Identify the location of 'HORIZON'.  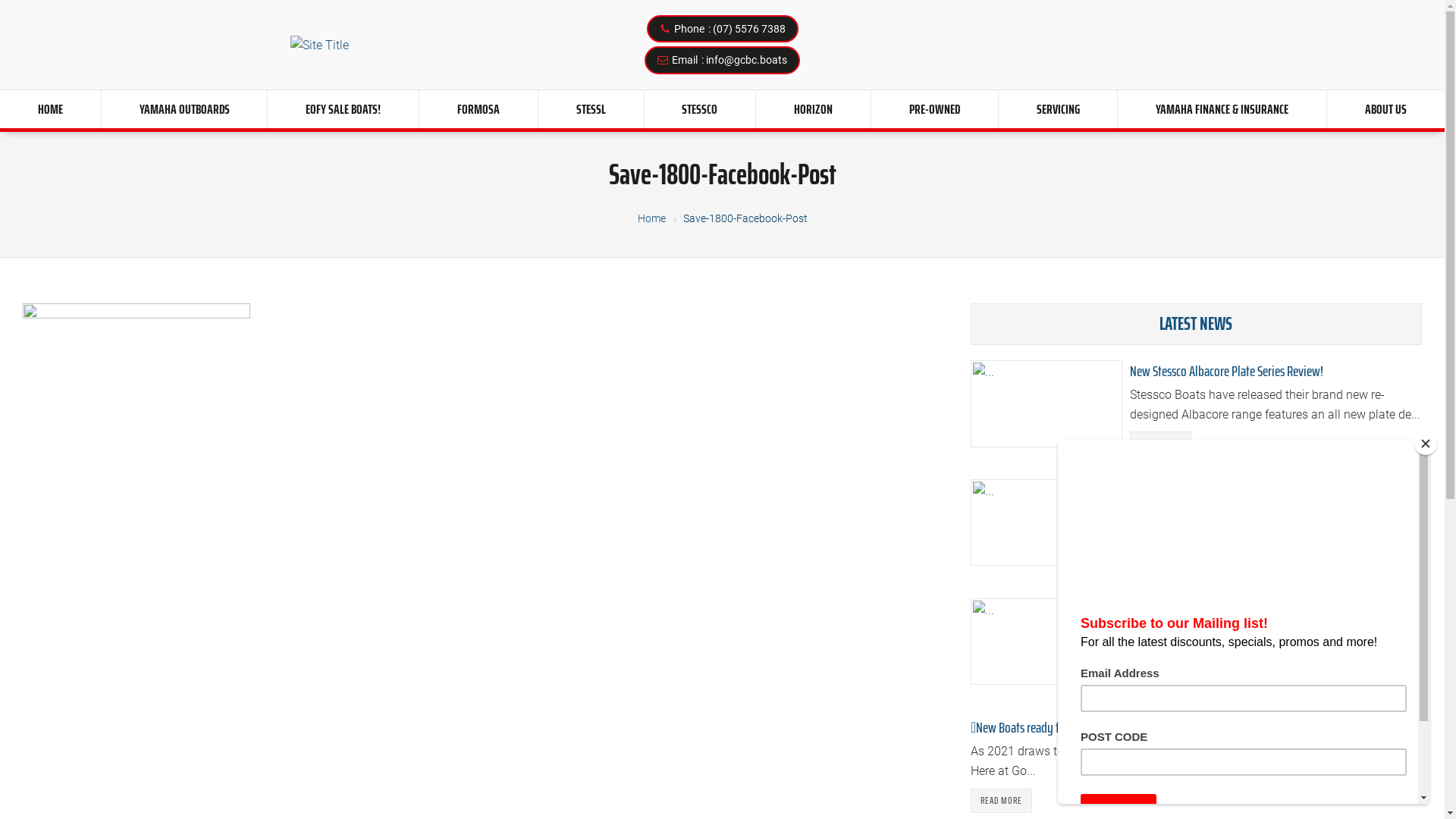
(756, 108).